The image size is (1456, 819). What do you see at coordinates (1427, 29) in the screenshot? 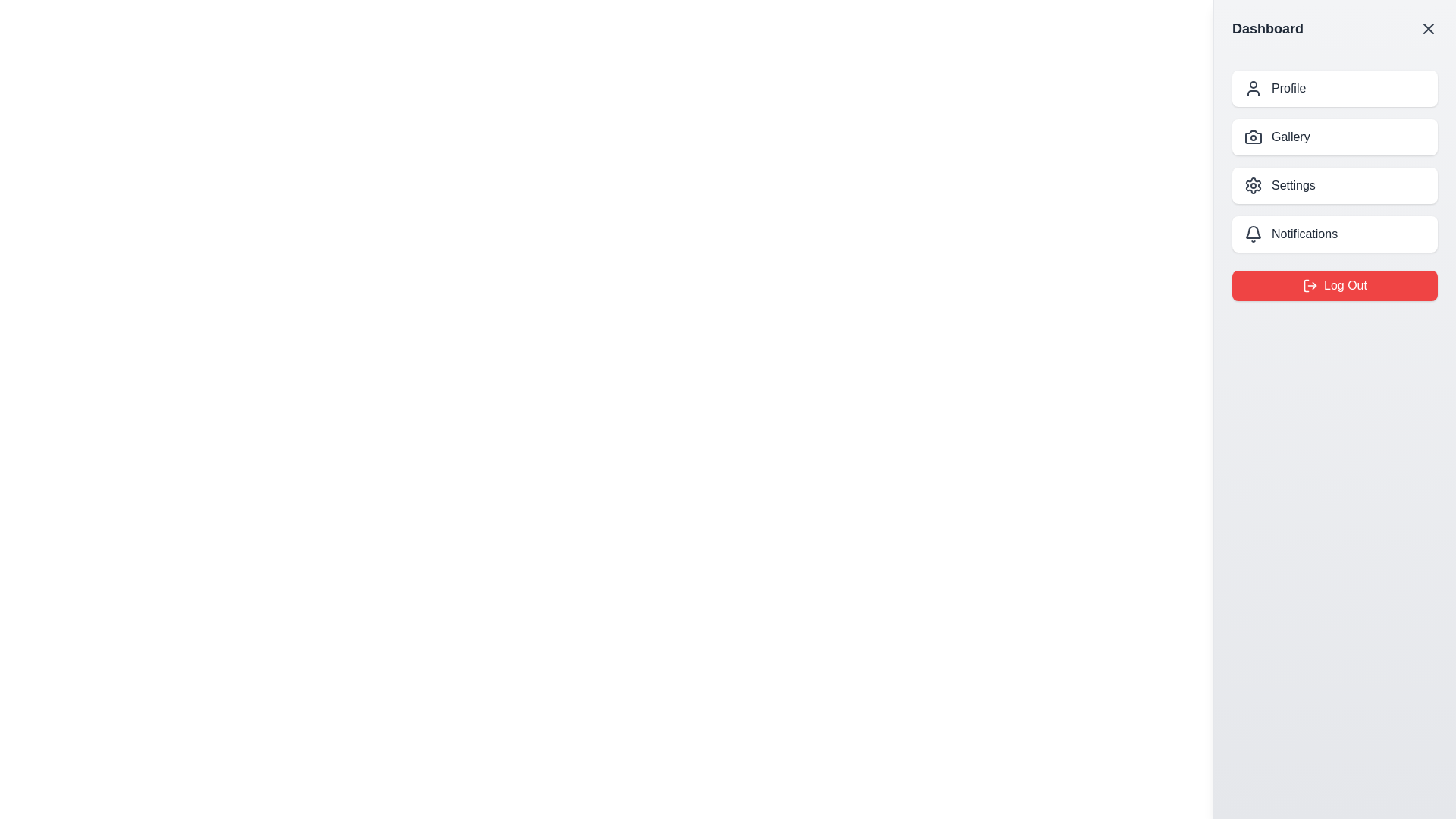
I see `the 'X' icon button in the top-right corner of the dashboard` at bounding box center [1427, 29].